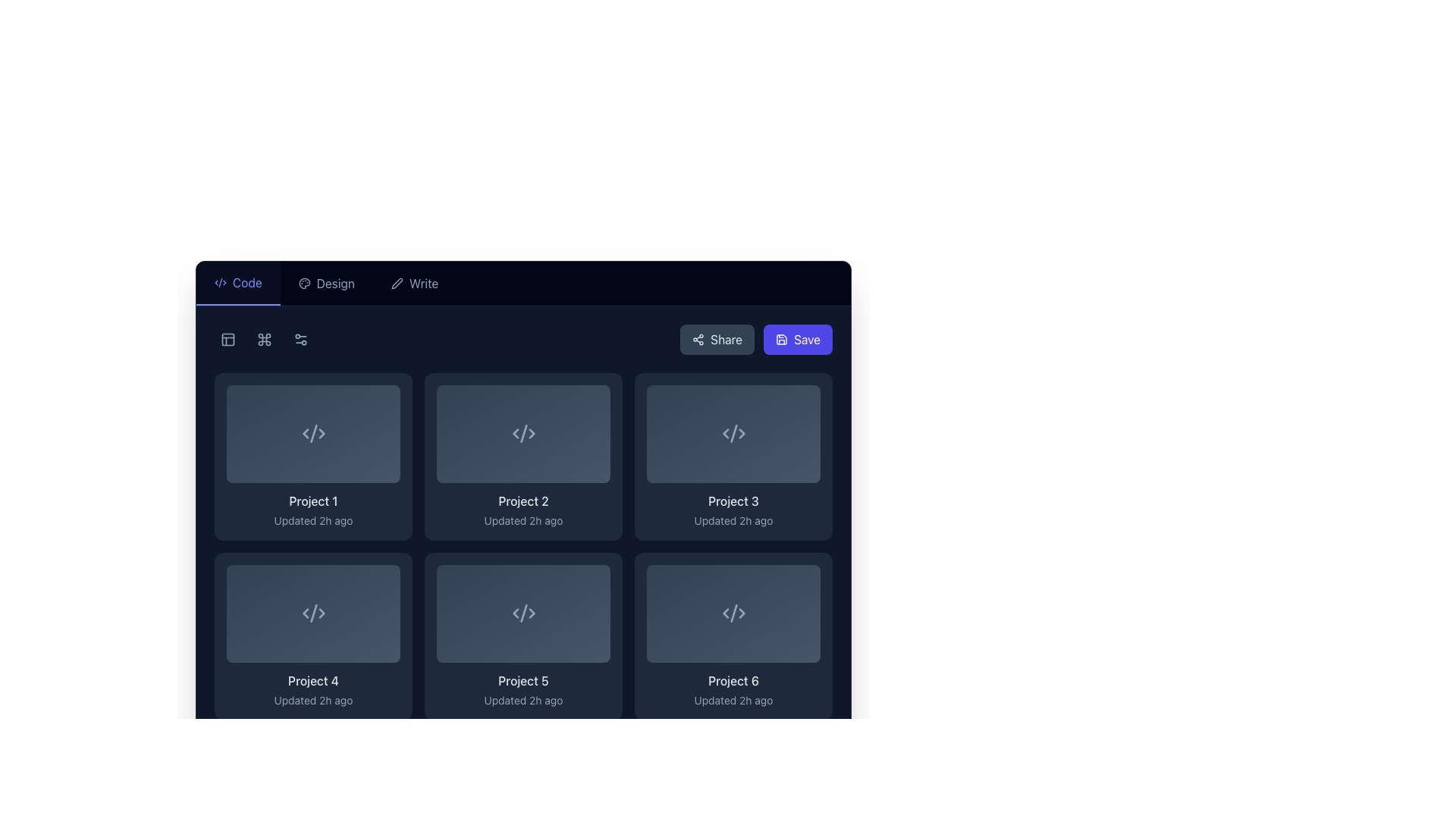  I want to click on the left-facing arrow icon, which is a Decorative SVG graphic composed of three line segments forming a chevron shape, located in the top row of the grid layout of project cards, so click(515, 434).